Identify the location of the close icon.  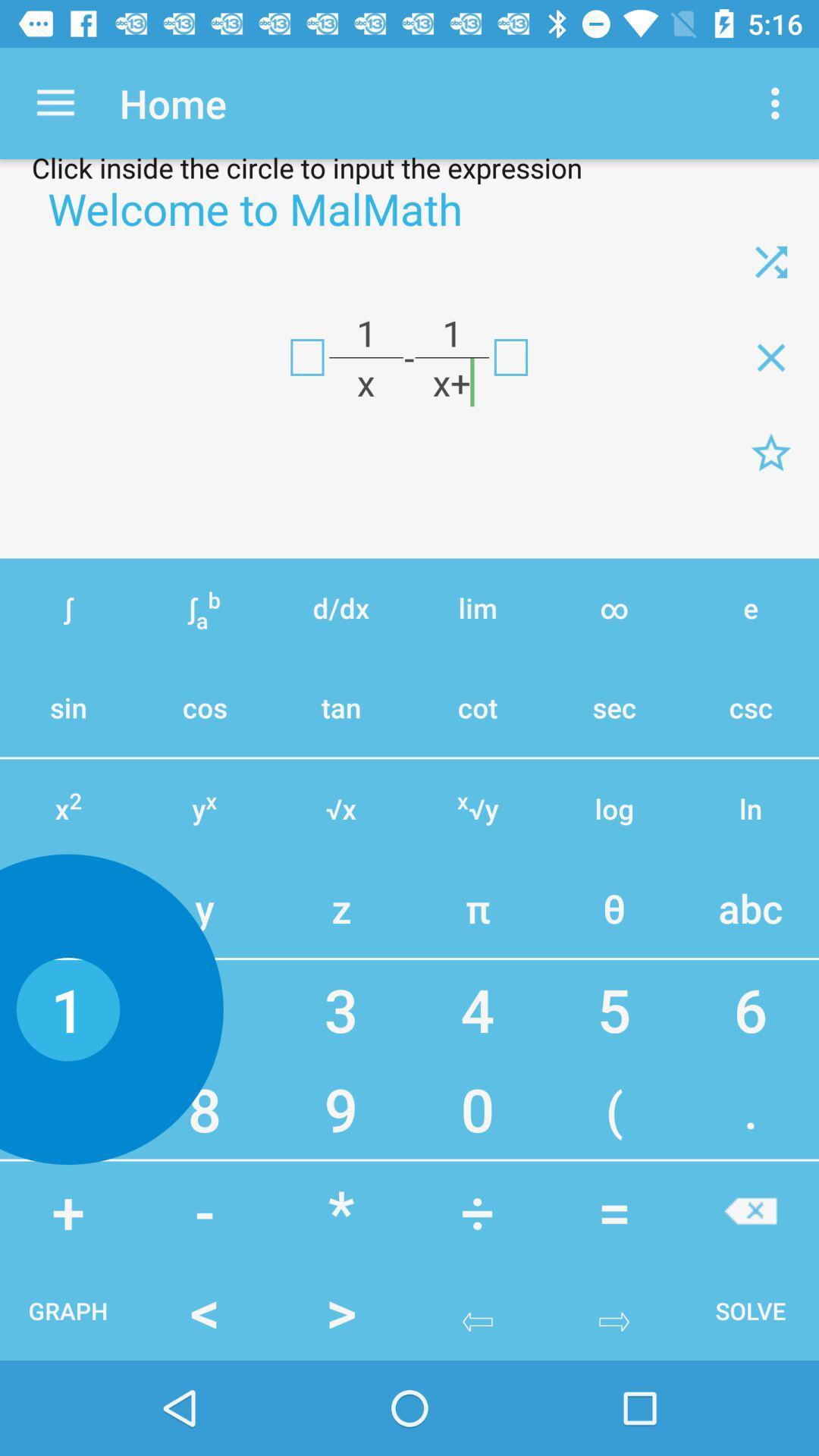
(771, 356).